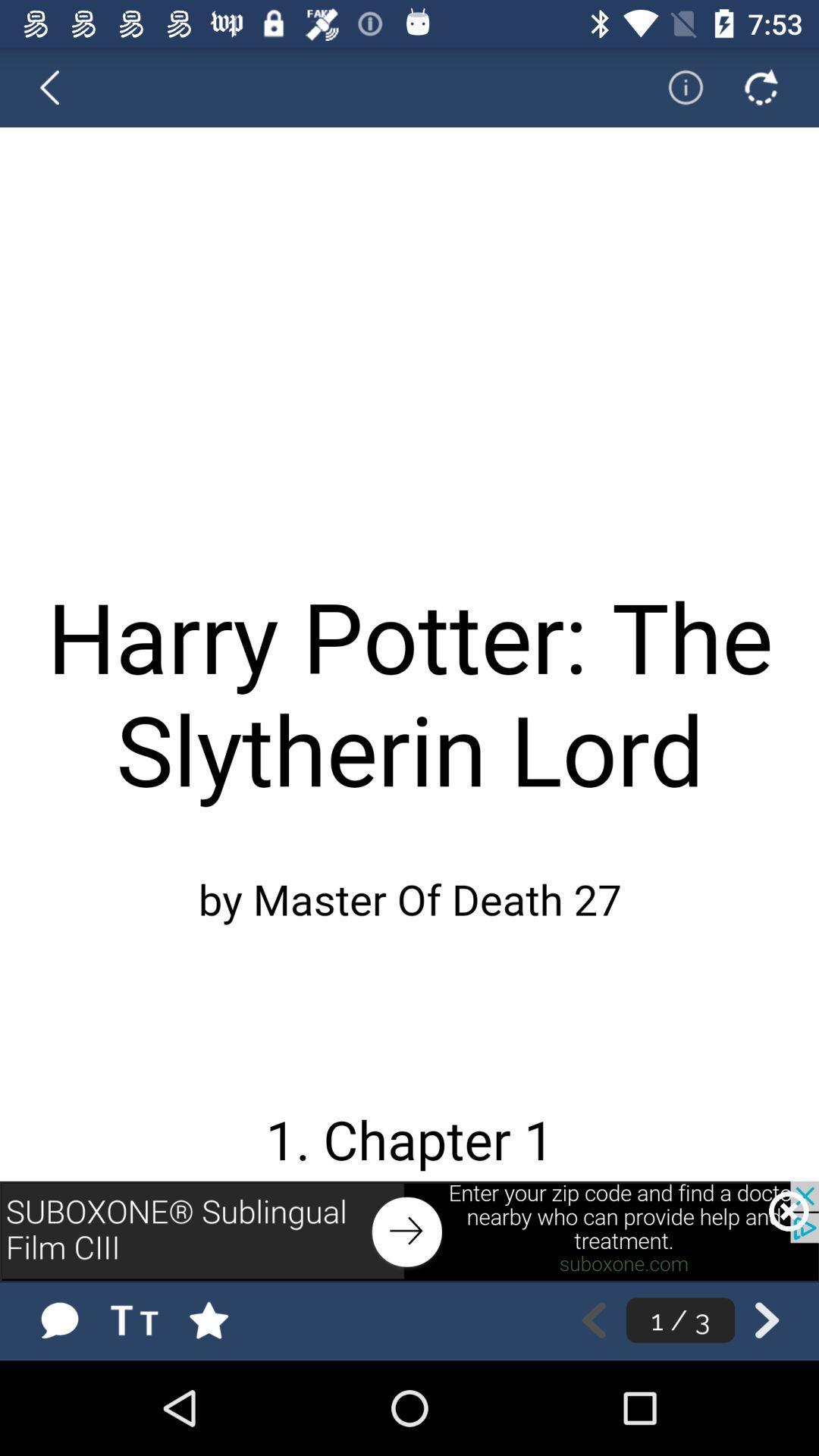  Describe the element at coordinates (409, 1231) in the screenshot. I see `previous` at that location.